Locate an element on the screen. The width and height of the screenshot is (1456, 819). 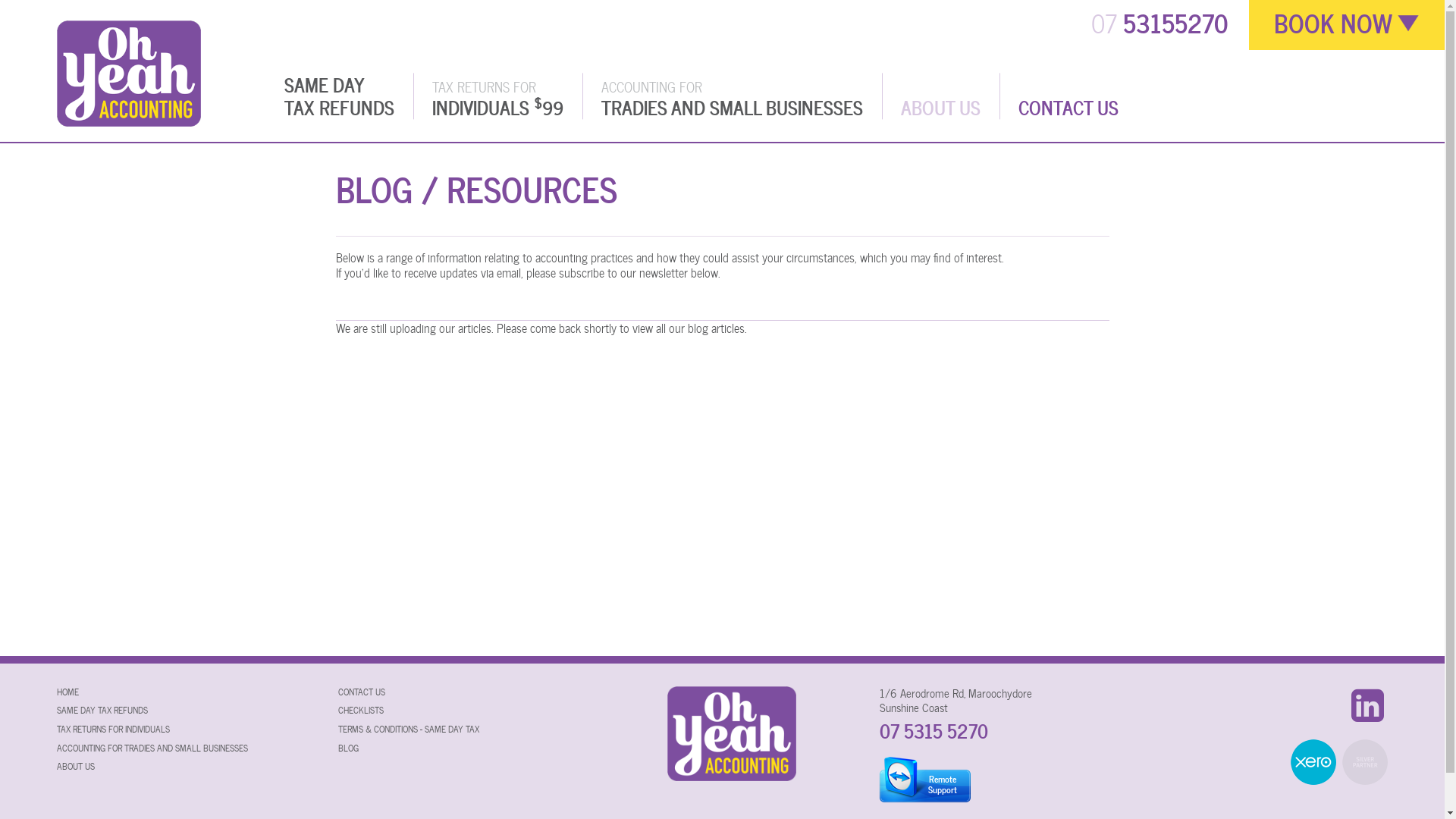
'07 5315 5270' is located at coordinates (880, 730).